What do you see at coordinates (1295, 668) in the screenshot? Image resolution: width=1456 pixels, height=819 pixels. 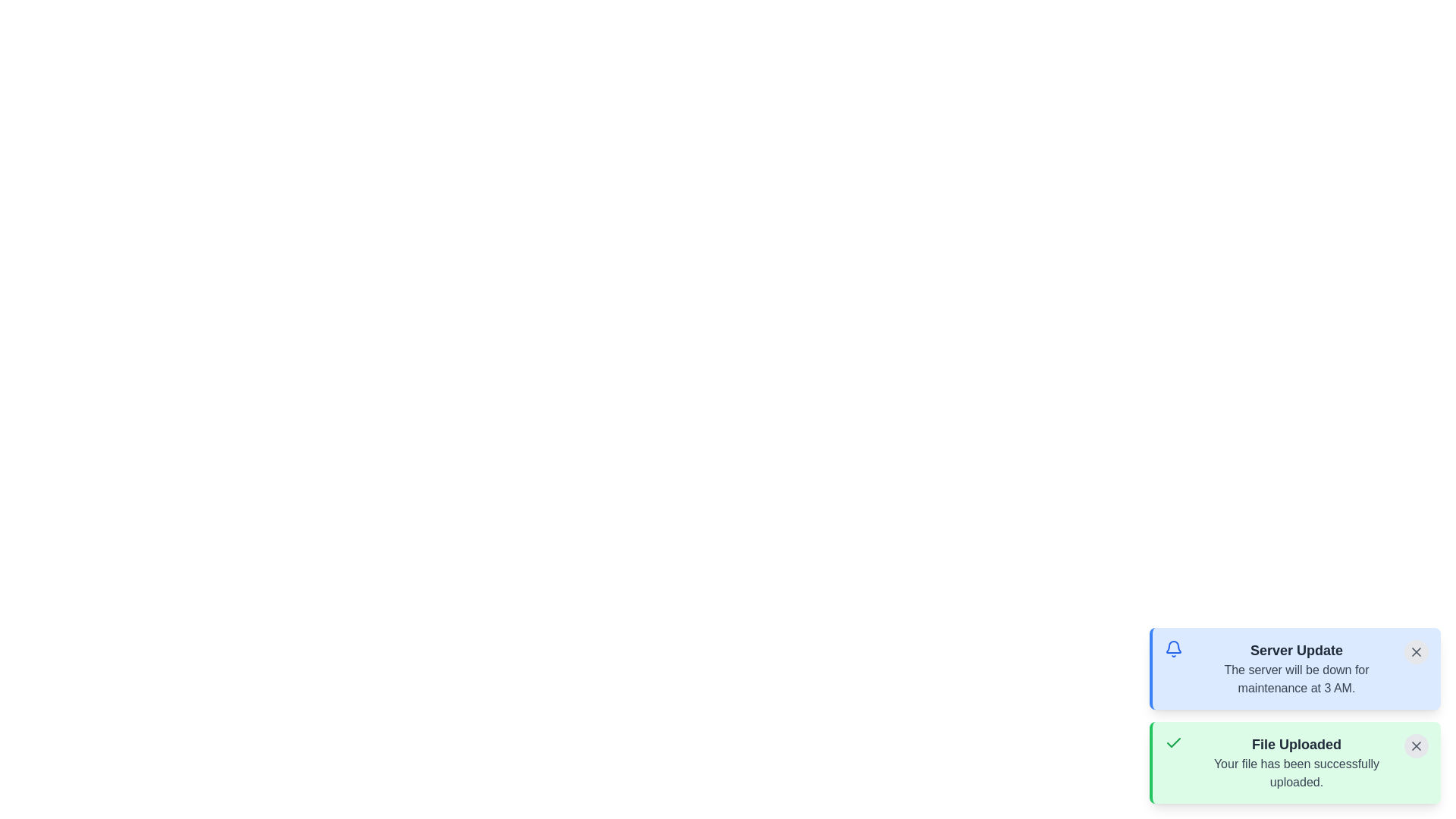 I see `the primary text block that informs users about the scheduled server maintenance event, which is aligned with the bell icon and the text 'Server Update'` at bounding box center [1295, 668].